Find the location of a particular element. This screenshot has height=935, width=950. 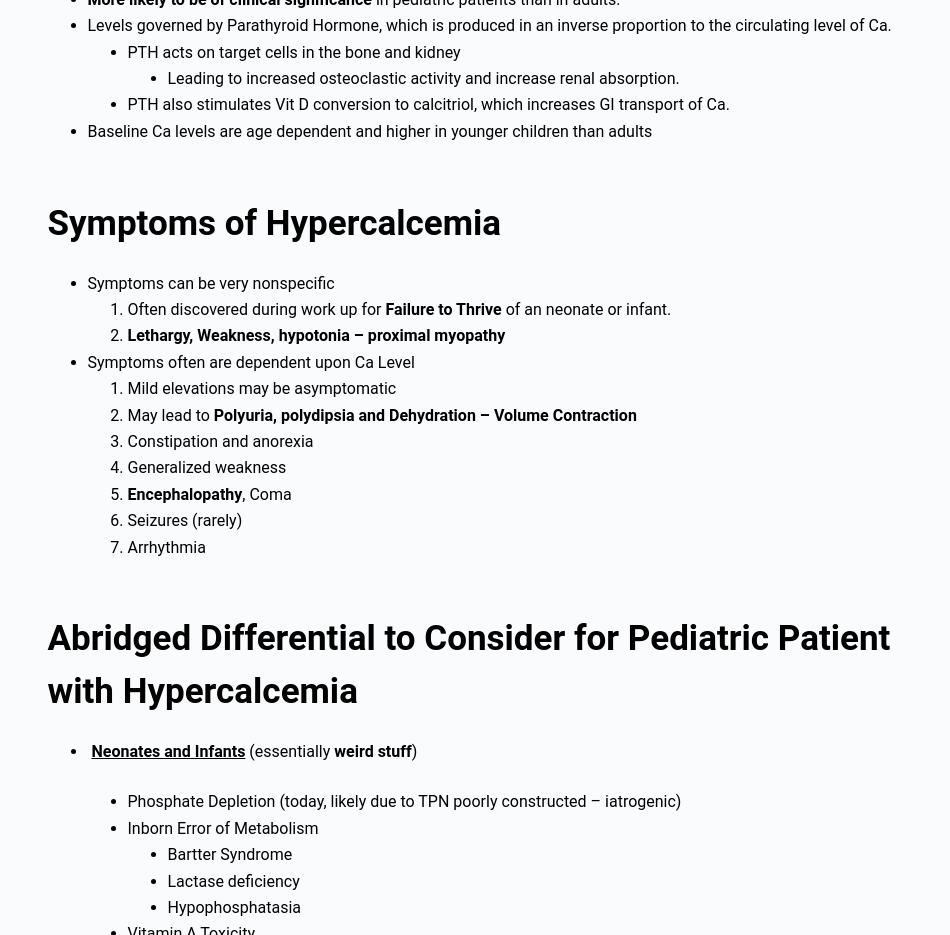

'#FOAMed Medical Education Resources by' is located at coordinates (47, 715).